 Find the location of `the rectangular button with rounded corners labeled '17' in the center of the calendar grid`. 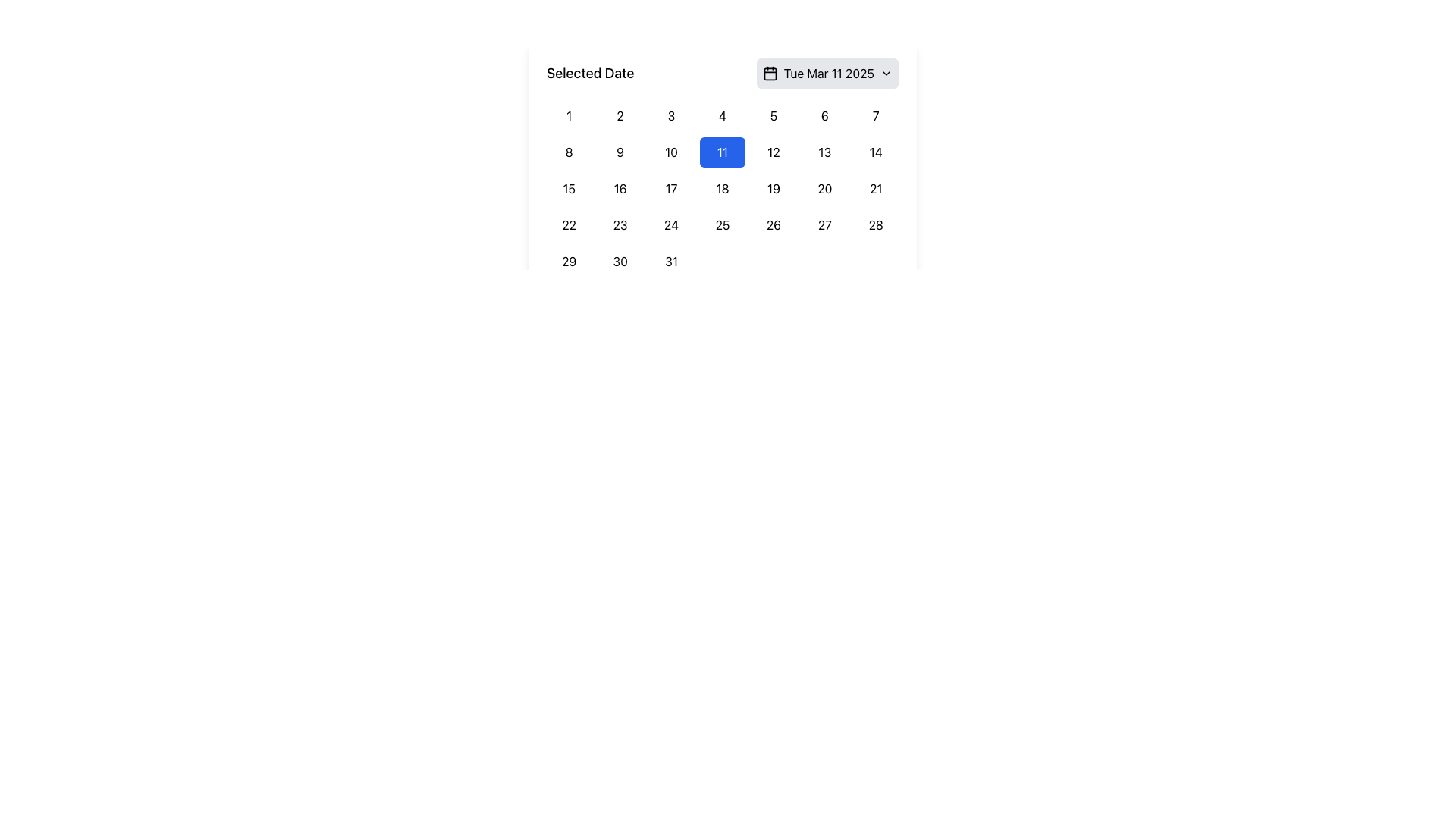

the rectangular button with rounded corners labeled '17' in the center of the calendar grid is located at coordinates (670, 188).